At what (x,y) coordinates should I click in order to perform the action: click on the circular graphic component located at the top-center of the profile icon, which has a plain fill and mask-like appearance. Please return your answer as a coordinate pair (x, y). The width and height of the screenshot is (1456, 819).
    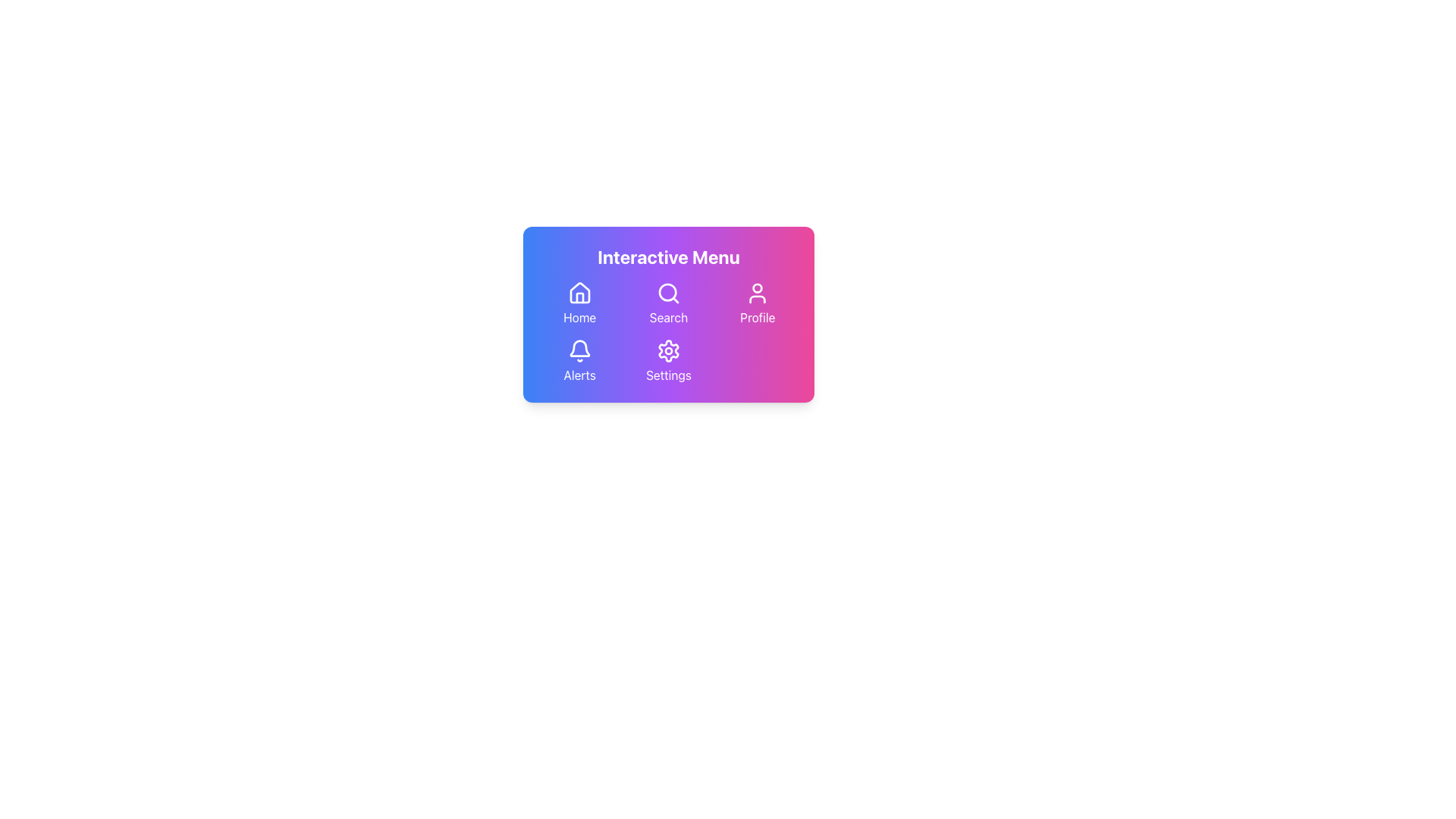
    Looking at the image, I should click on (758, 288).